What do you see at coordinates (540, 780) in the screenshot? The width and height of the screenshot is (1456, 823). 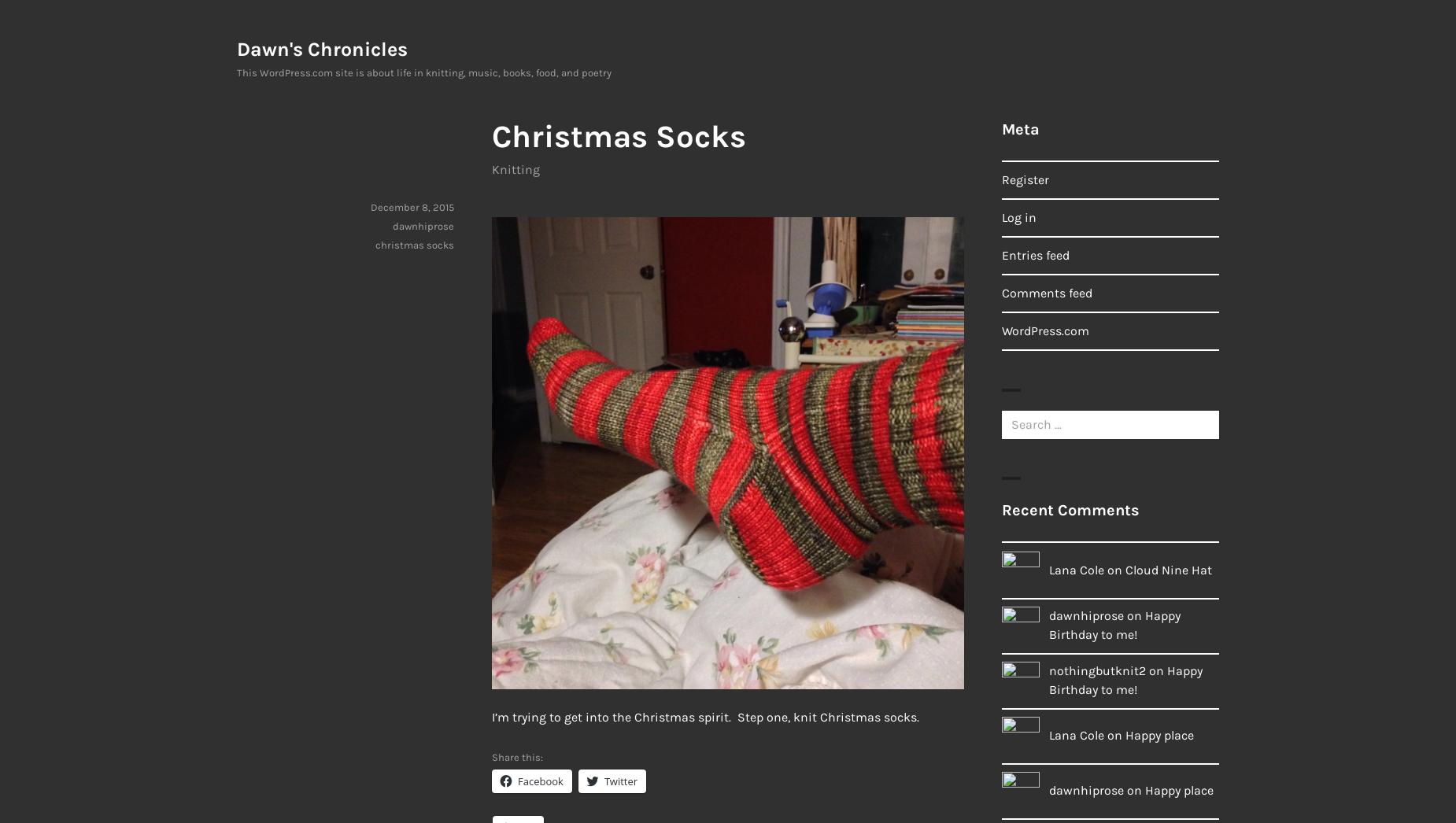 I see `'Facebook'` at bounding box center [540, 780].